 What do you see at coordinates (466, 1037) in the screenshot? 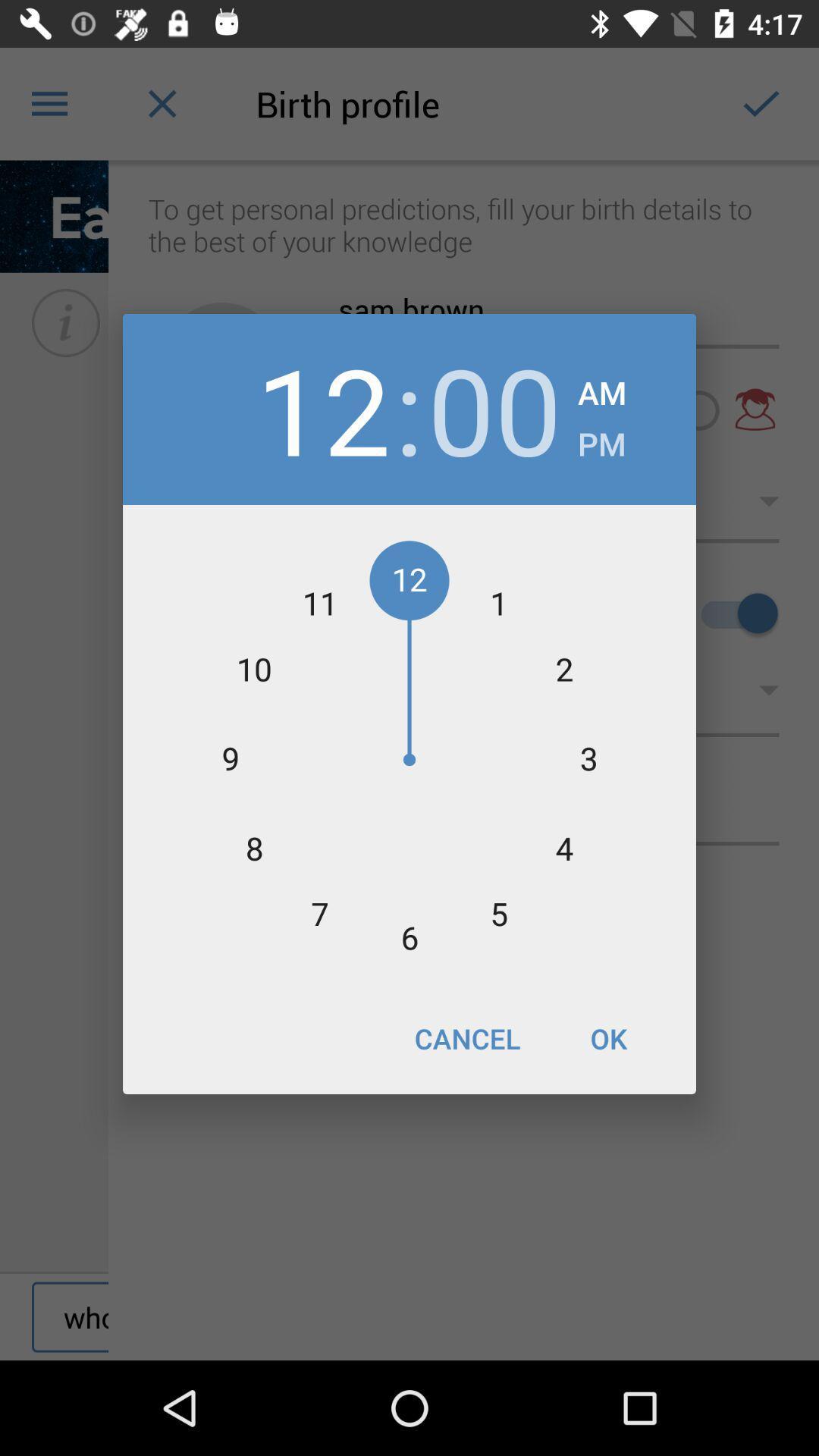
I see `the cancel` at bounding box center [466, 1037].